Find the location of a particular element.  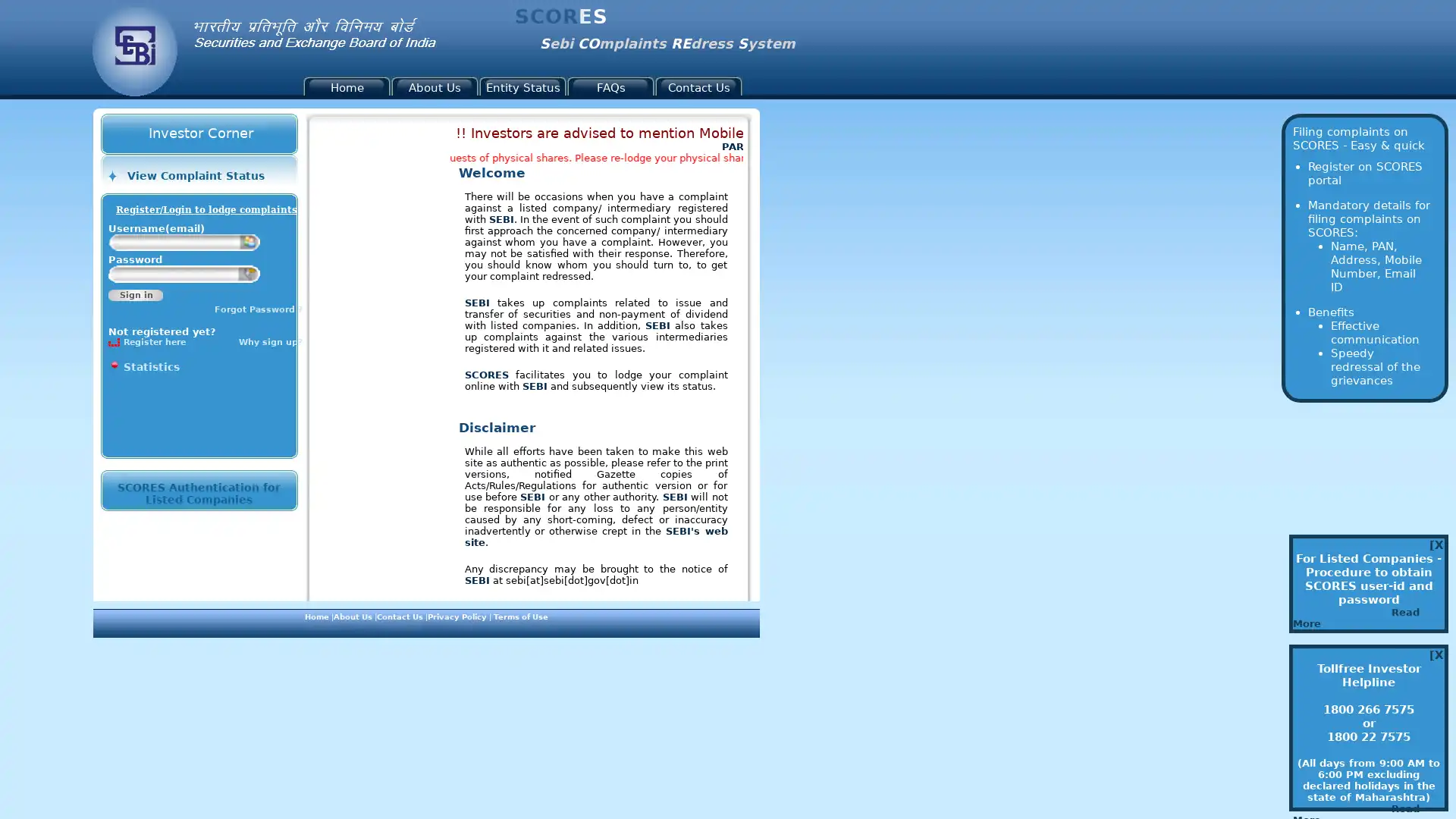

Sign in is located at coordinates (136, 296).